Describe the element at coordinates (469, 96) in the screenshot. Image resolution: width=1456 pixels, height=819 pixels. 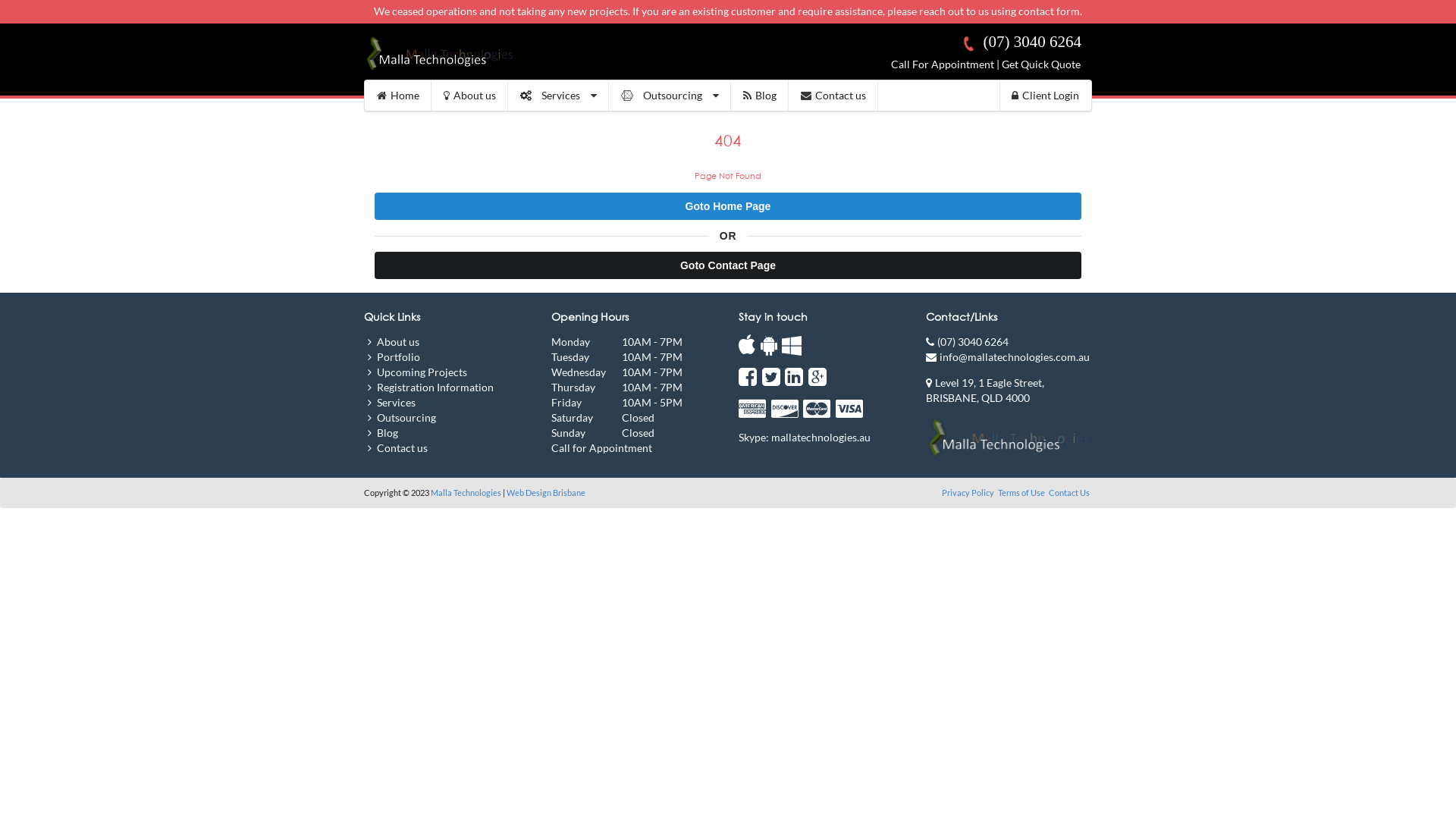
I see `'About us'` at that location.